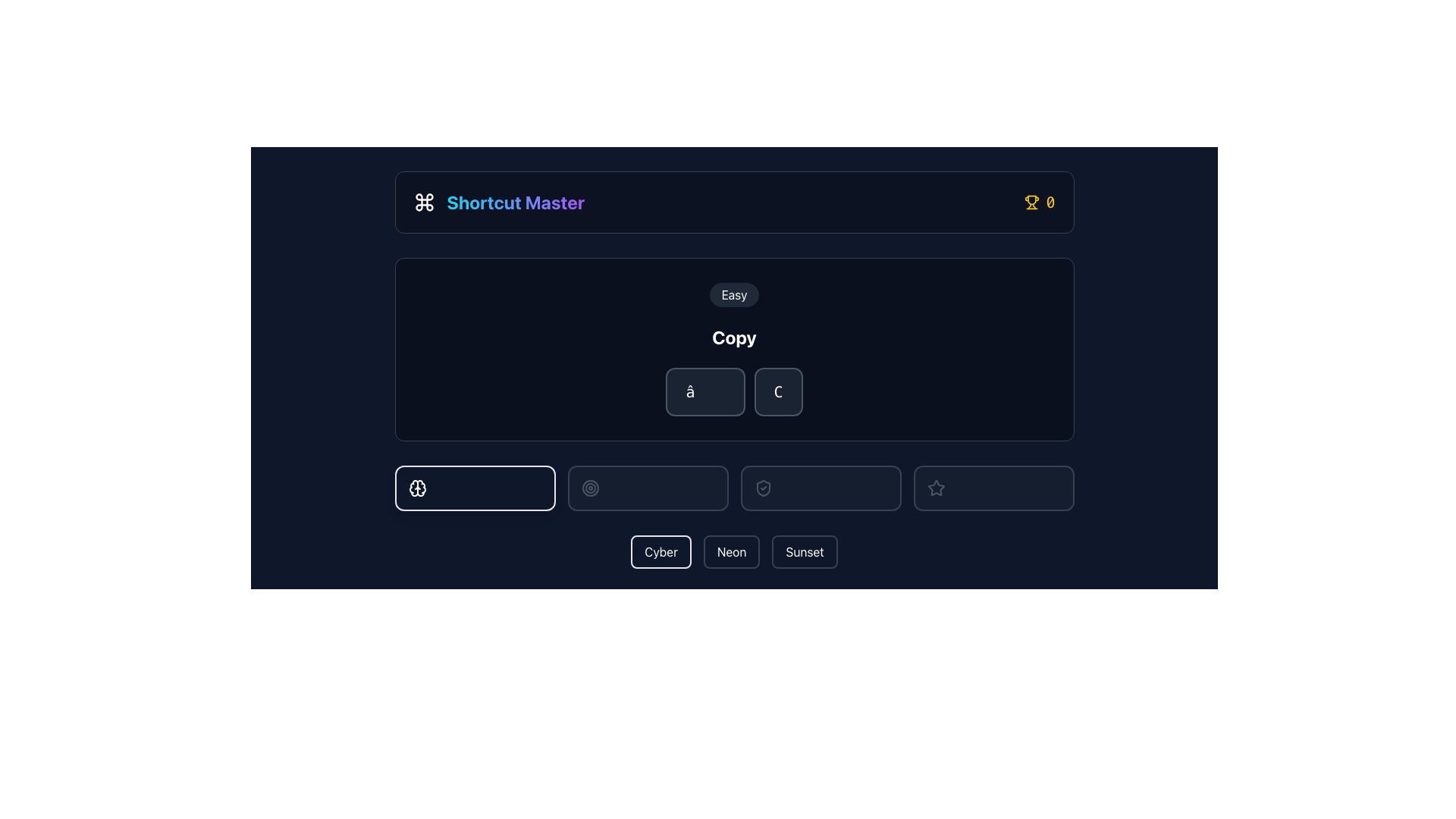 Image resolution: width=1456 pixels, height=819 pixels. Describe the element at coordinates (661, 552) in the screenshot. I see `the text label displaying 'Cyber', which is located within a button-like component in the bottom-central portion of the interface, and is the leftmost among similar buttons labeled 'Neon' and 'Sunset'` at that location.